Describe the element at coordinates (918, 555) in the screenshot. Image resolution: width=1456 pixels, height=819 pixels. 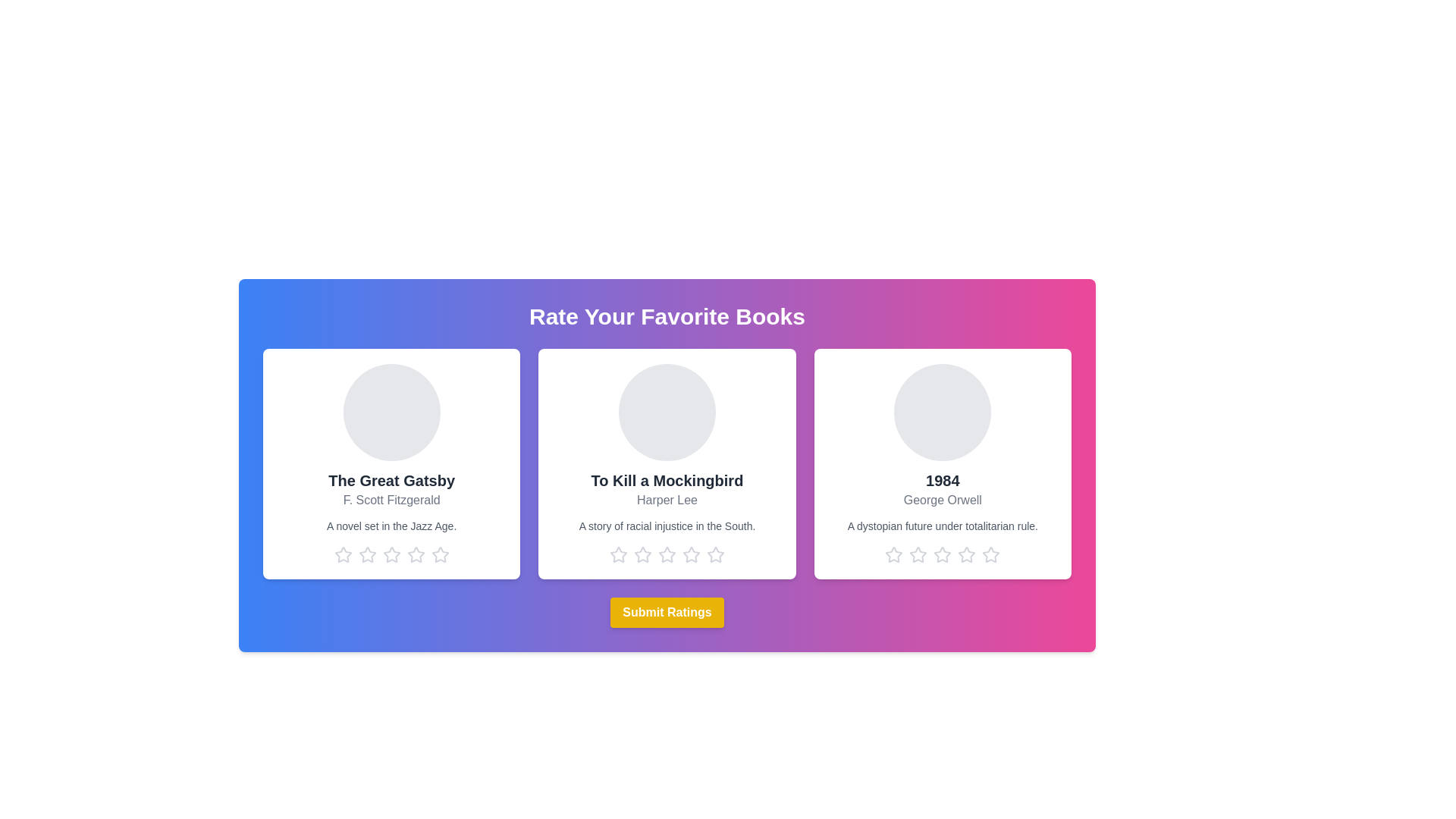
I see `the star corresponding to 2 stars for the book titled 1984` at that location.